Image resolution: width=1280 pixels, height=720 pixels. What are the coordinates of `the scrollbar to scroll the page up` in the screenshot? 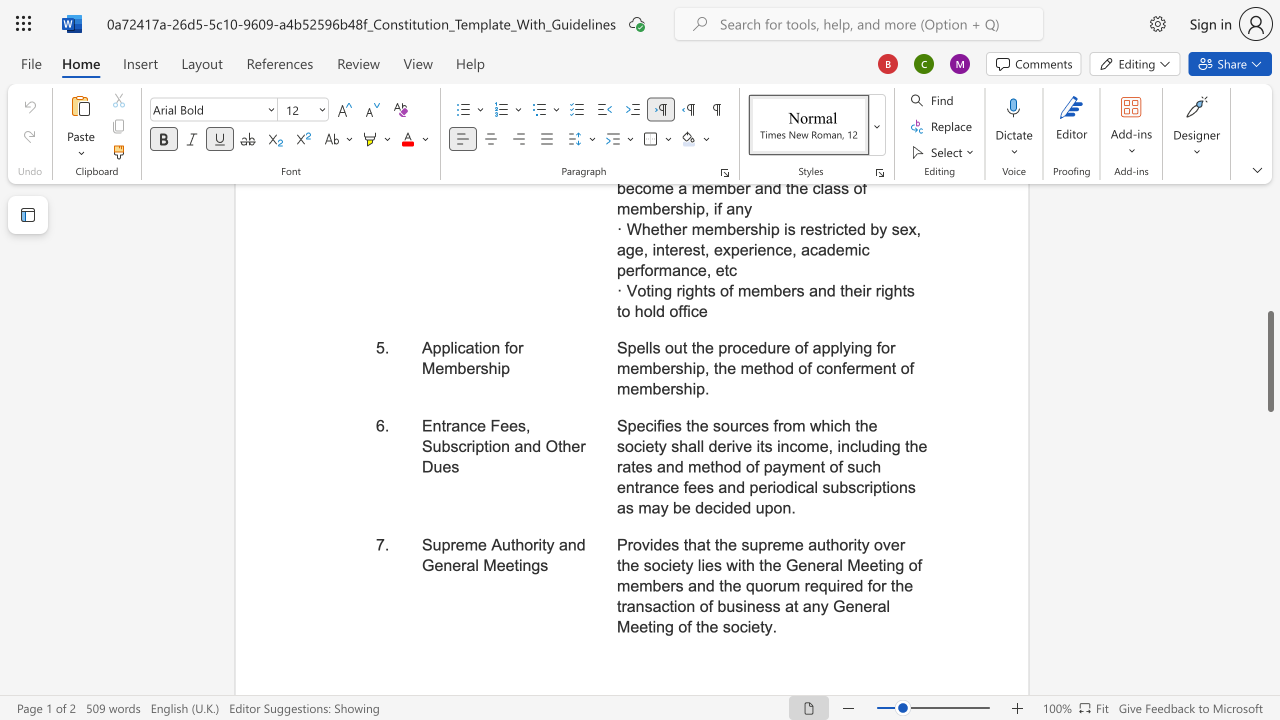 It's located at (1269, 290).